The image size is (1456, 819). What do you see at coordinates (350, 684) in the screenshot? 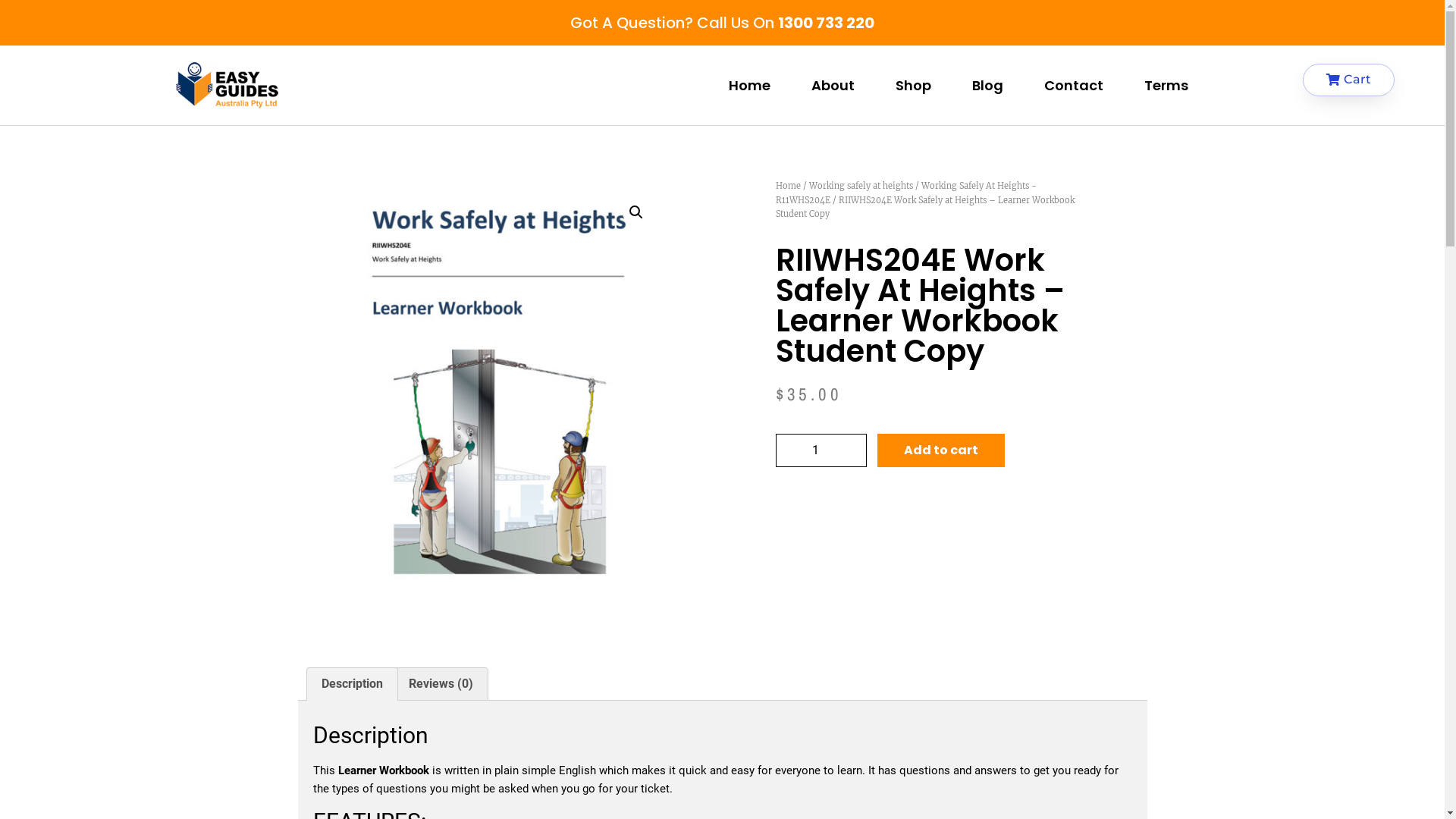
I see `'Description'` at bounding box center [350, 684].